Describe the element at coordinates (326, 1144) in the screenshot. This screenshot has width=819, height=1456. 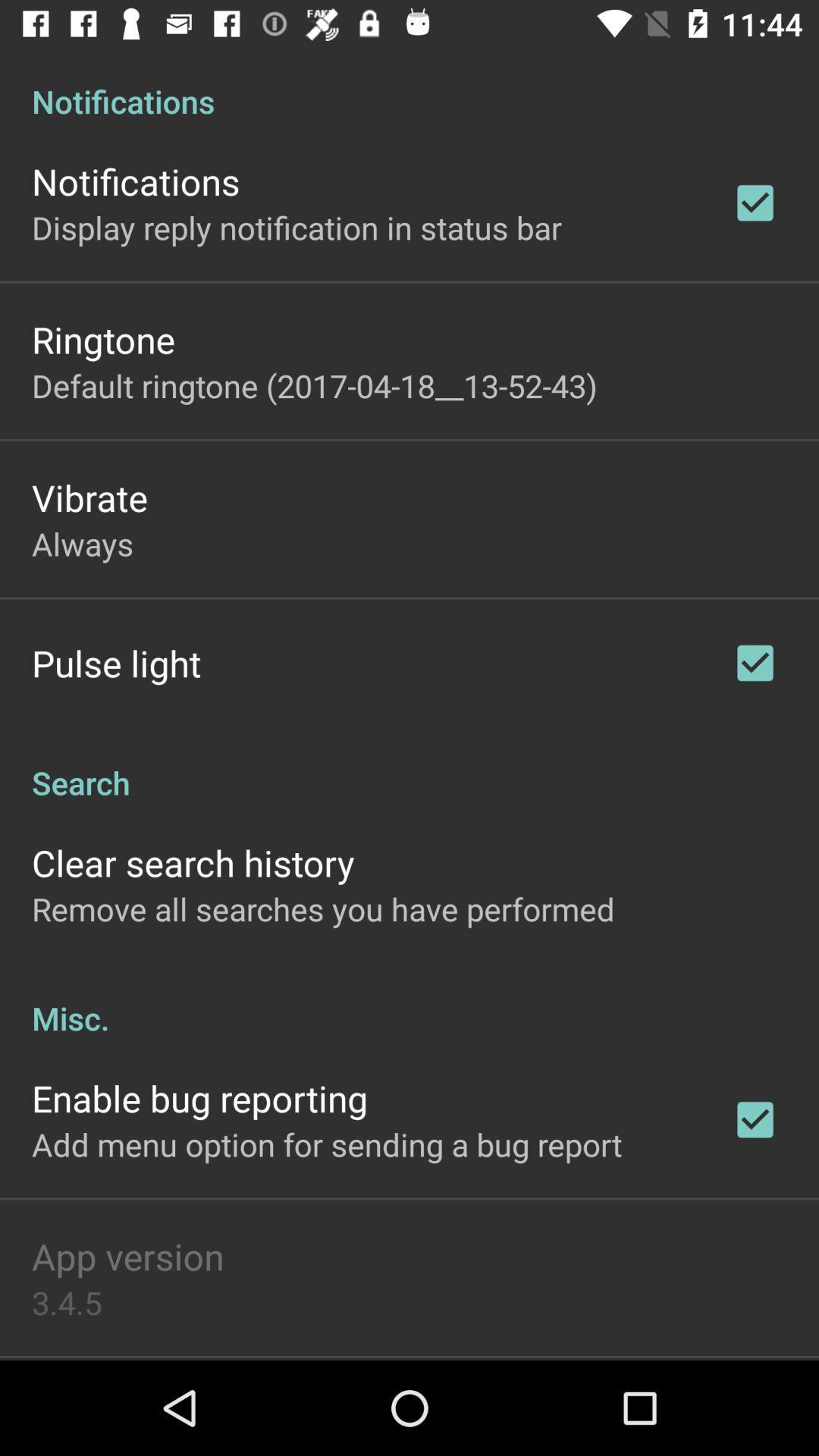
I see `the add menu option` at that location.